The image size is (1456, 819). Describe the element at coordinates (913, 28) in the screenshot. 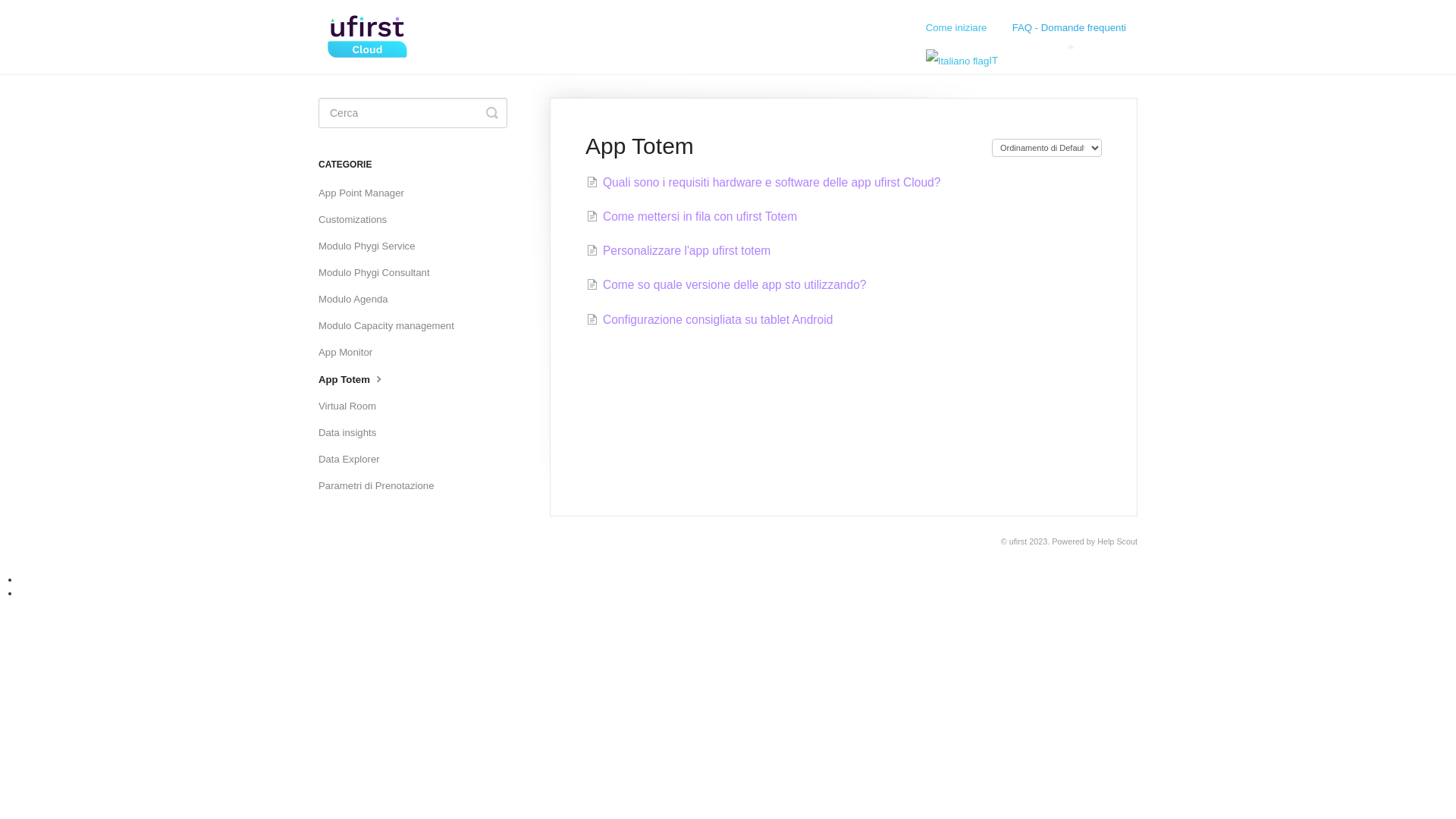

I see `'Come iniziare'` at that location.